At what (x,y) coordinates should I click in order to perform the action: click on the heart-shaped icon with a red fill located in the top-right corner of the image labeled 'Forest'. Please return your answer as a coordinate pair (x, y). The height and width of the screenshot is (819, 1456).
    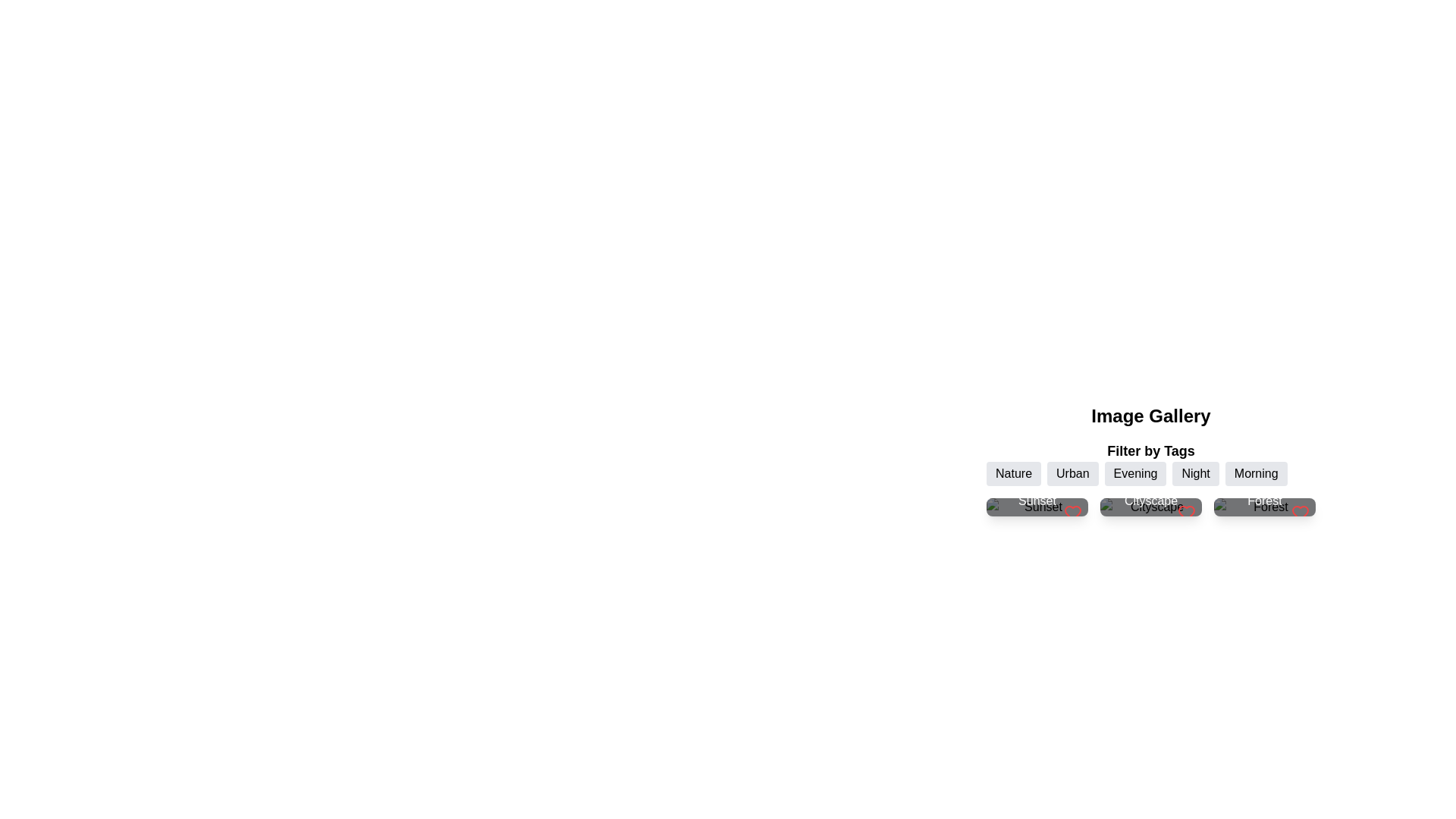
    Looking at the image, I should click on (1299, 513).